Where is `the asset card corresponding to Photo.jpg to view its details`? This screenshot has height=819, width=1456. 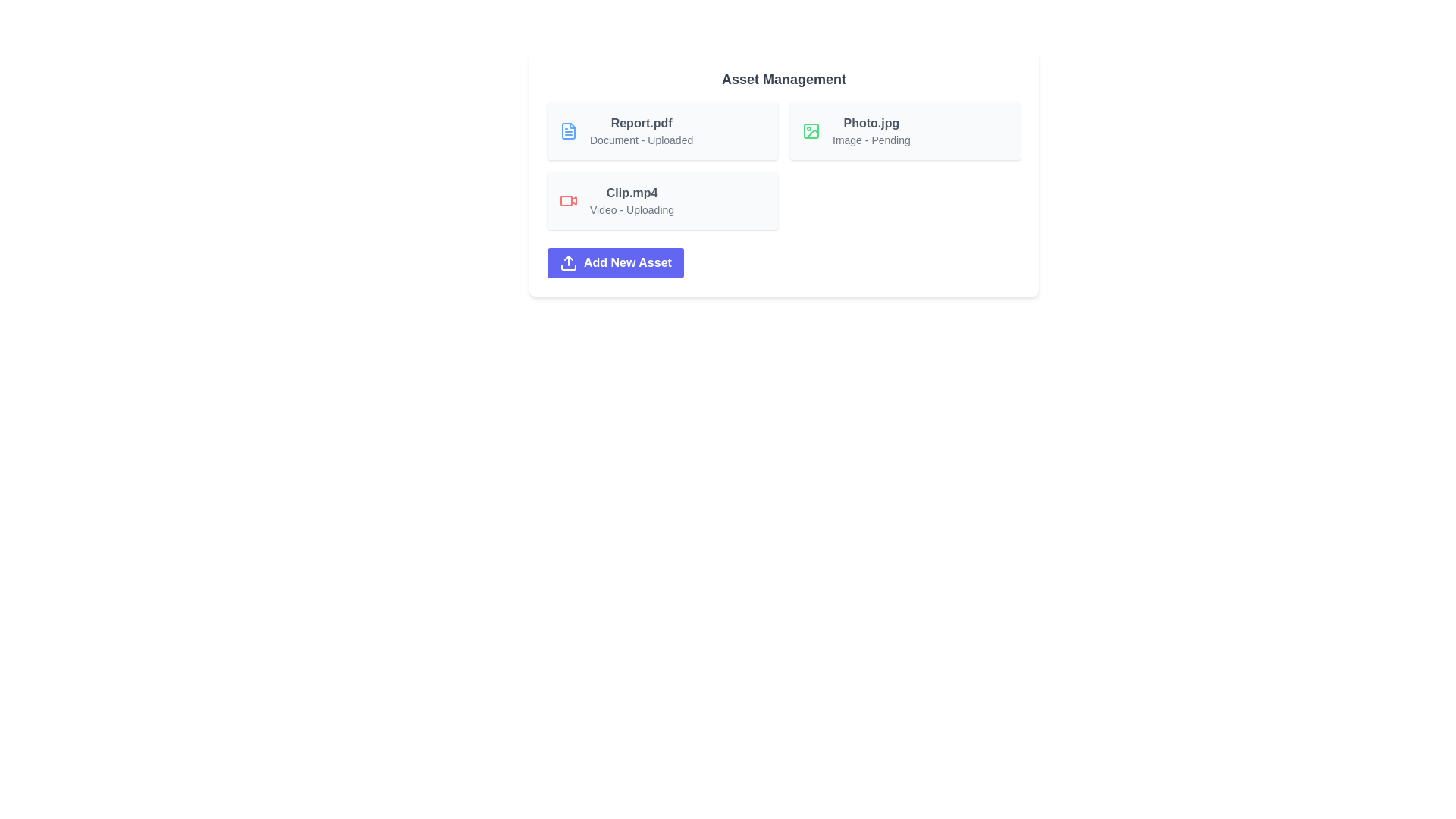
the asset card corresponding to Photo.jpg to view its details is located at coordinates (905, 130).